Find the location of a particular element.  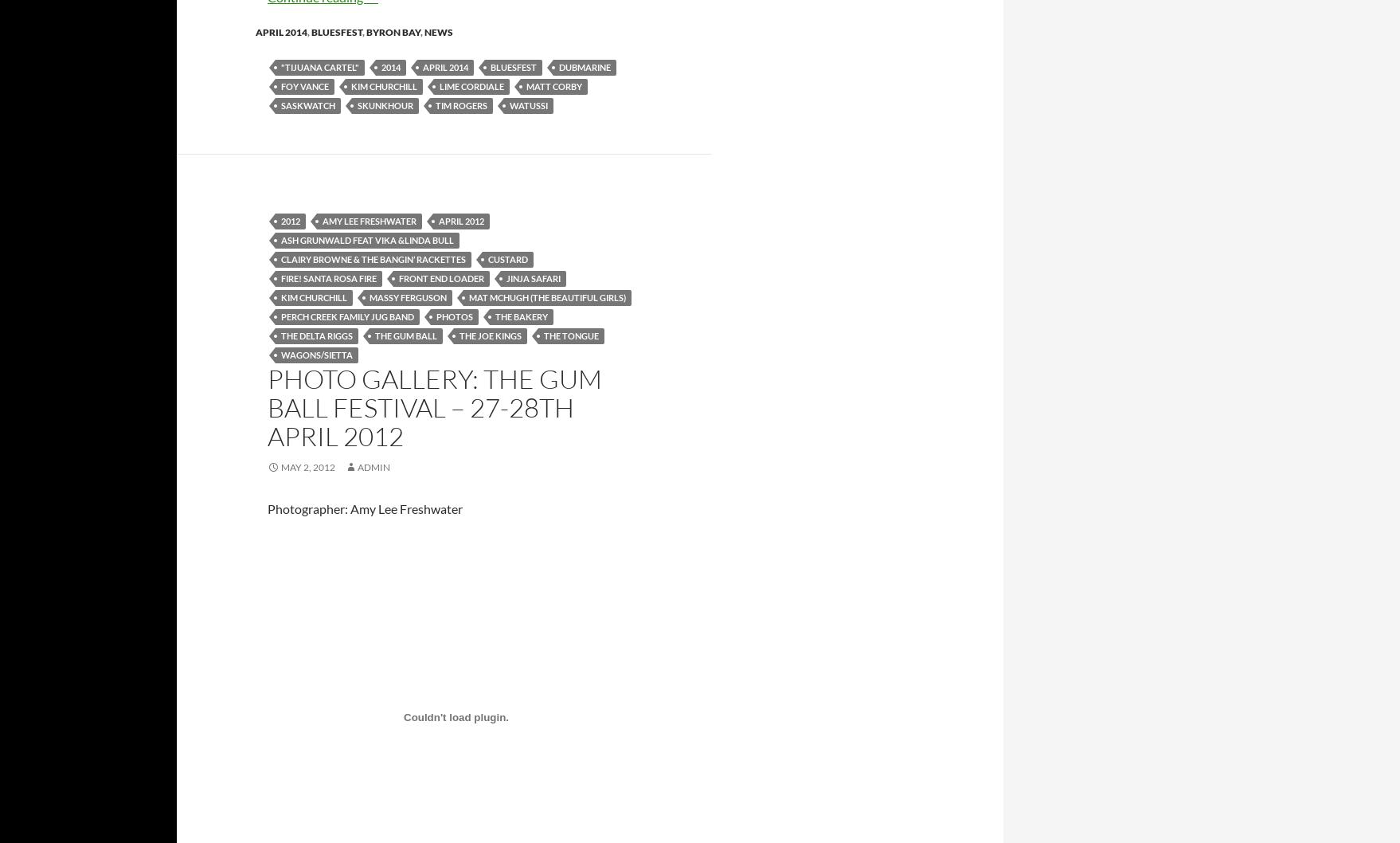

'2012' is located at coordinates (290, 219).